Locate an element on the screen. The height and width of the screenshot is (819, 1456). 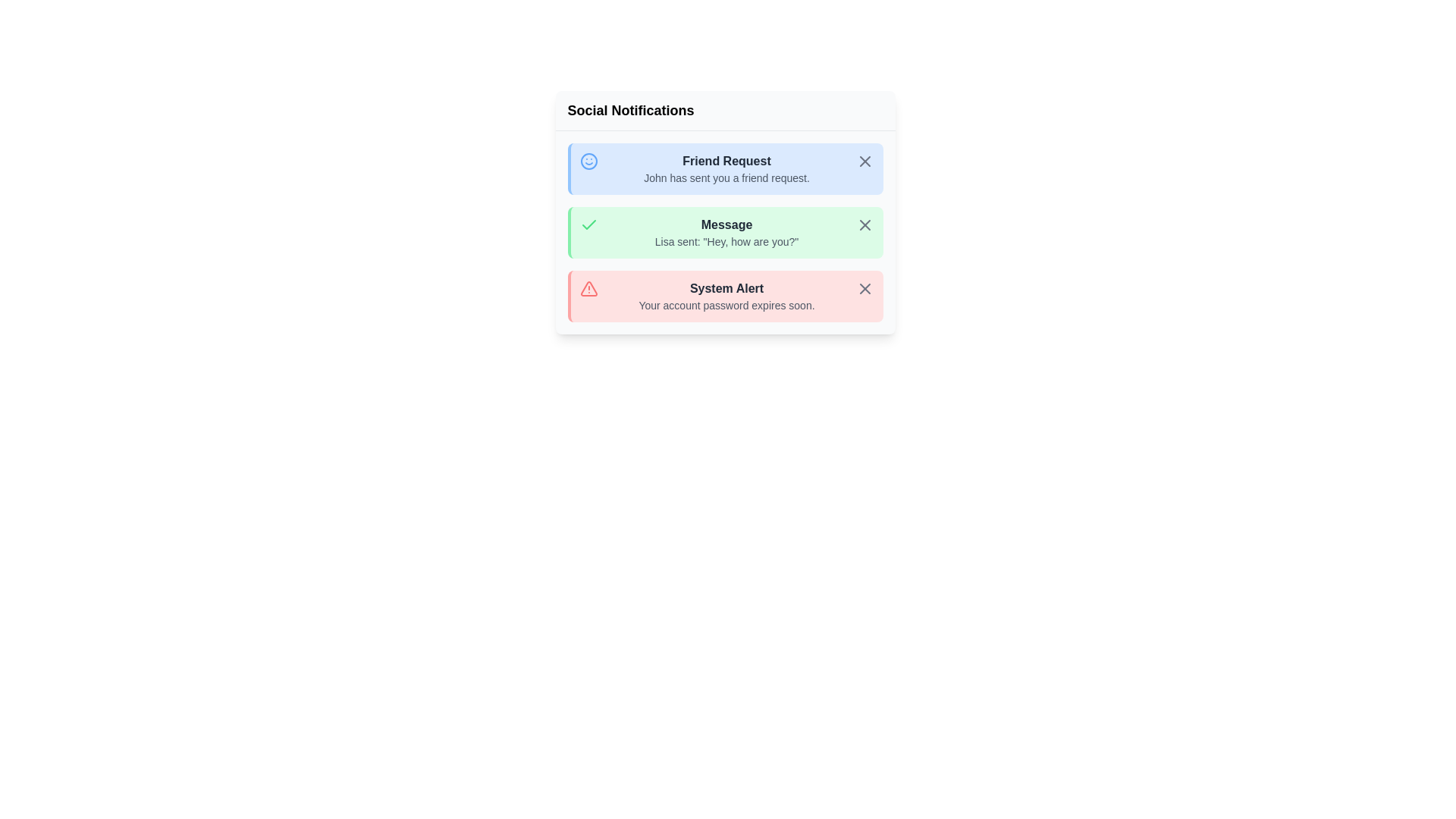
the Text label that serves as a title for the notification, located at the top of a notification card with a light green background is located at coordinates (726, 225).